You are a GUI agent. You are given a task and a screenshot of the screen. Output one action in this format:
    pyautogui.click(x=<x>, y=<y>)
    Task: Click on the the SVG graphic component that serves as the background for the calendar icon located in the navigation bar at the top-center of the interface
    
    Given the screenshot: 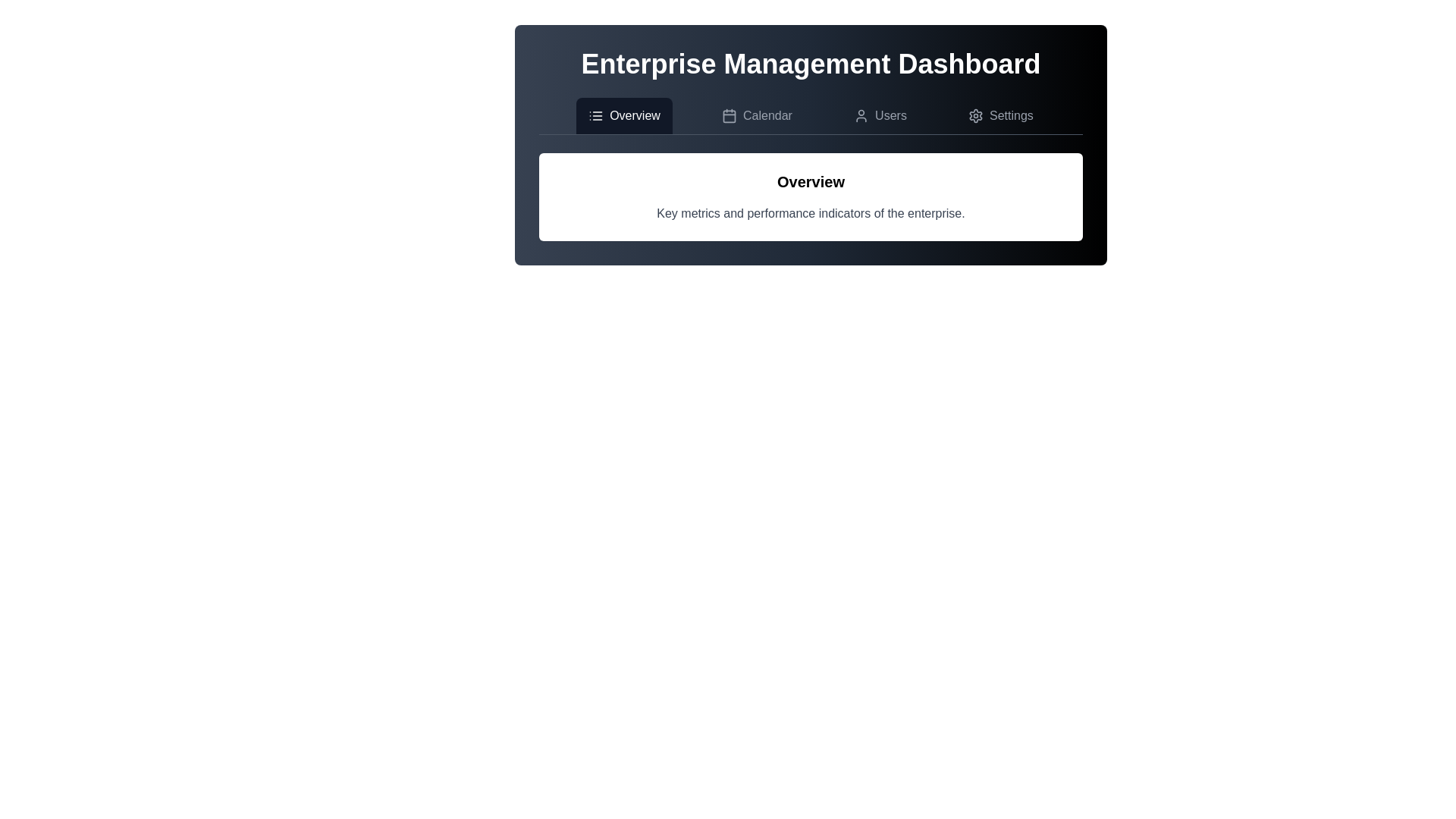 What is the action you would take?
    pyautogui.click(x=729, y=115)
    